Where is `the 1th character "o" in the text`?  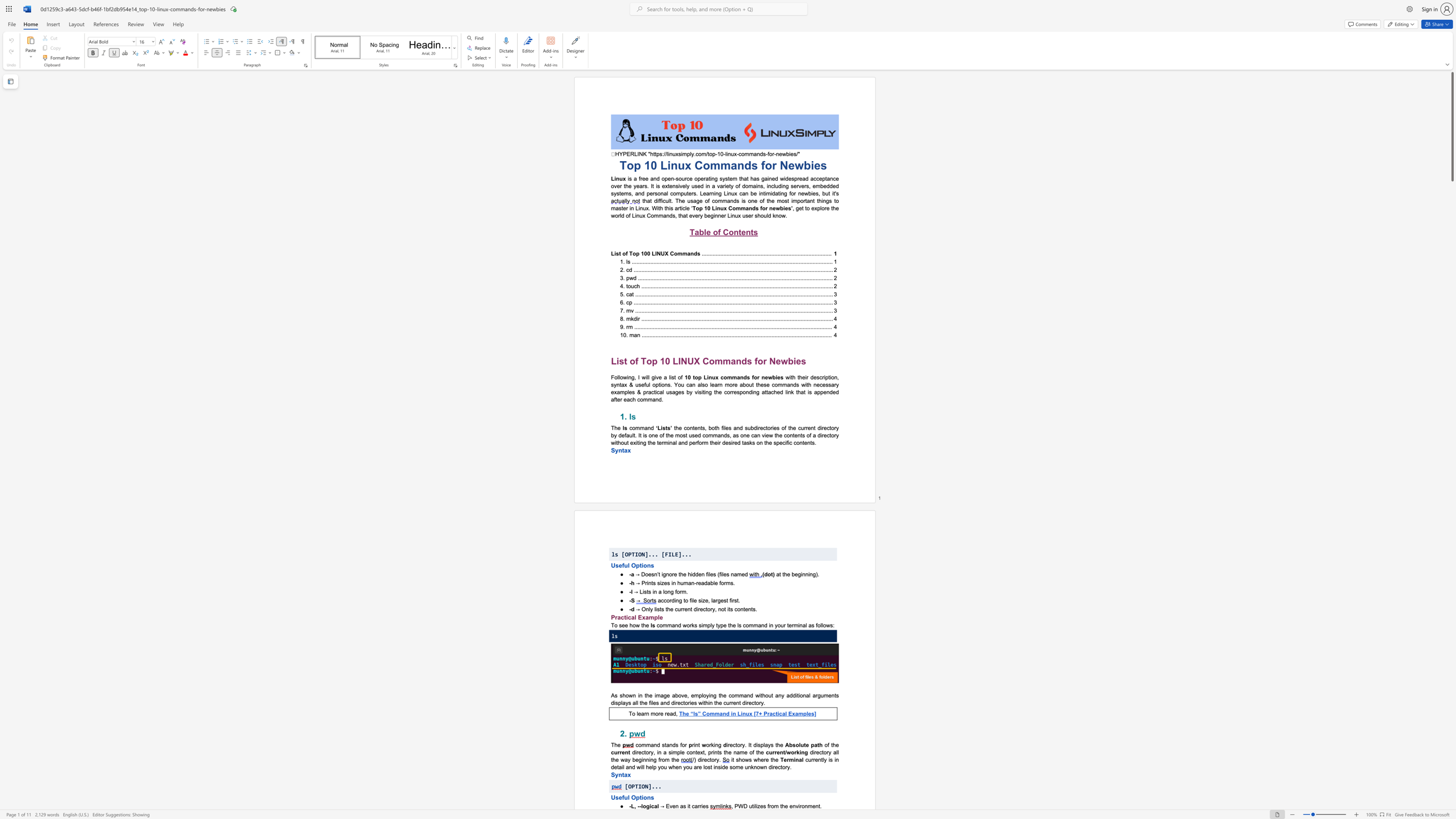
the 1th character "o" in the text is located at coordinates (632, 360).